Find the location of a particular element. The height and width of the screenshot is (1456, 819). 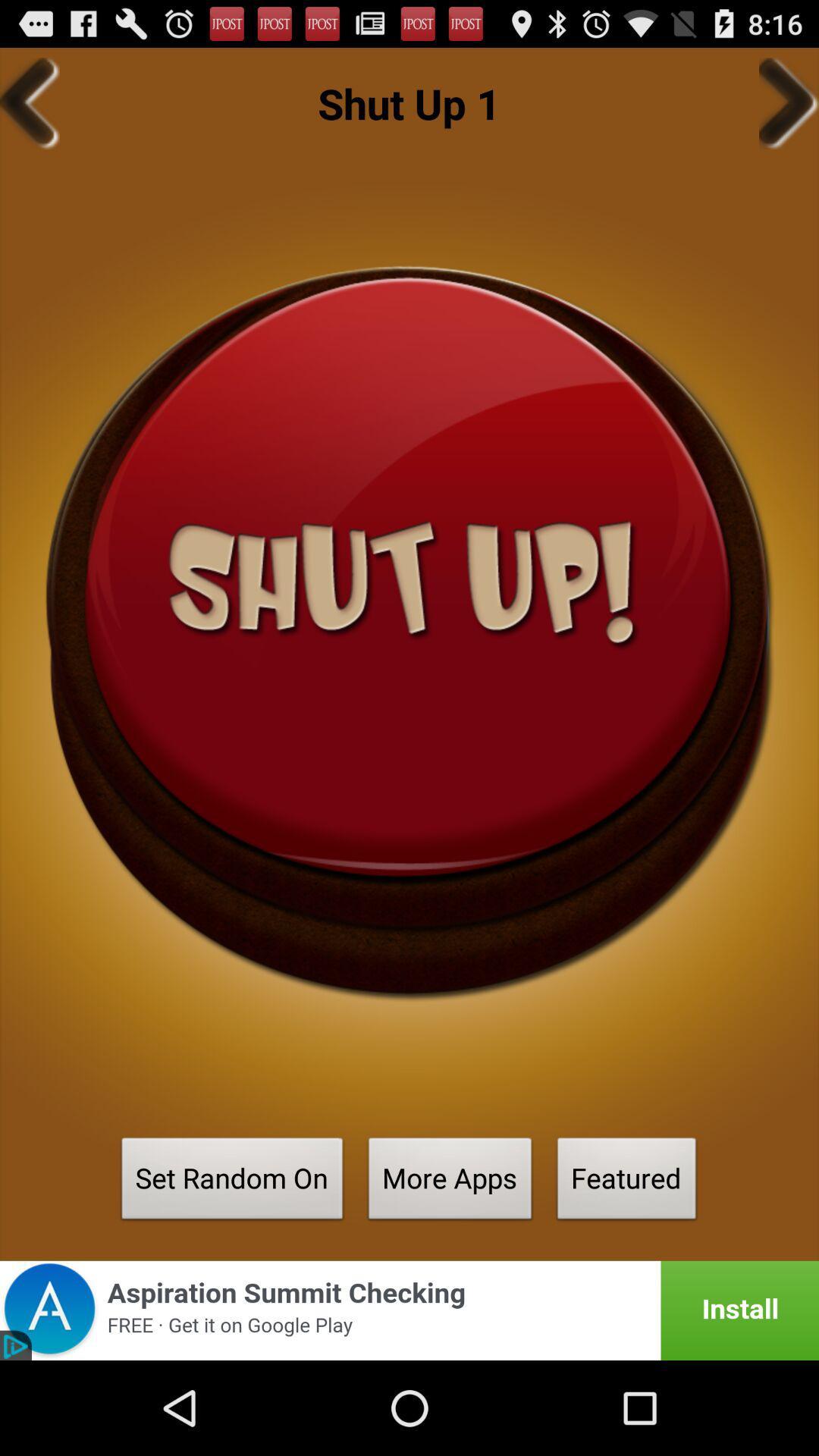

item below the more apps is located at coordinates (409, 1310).